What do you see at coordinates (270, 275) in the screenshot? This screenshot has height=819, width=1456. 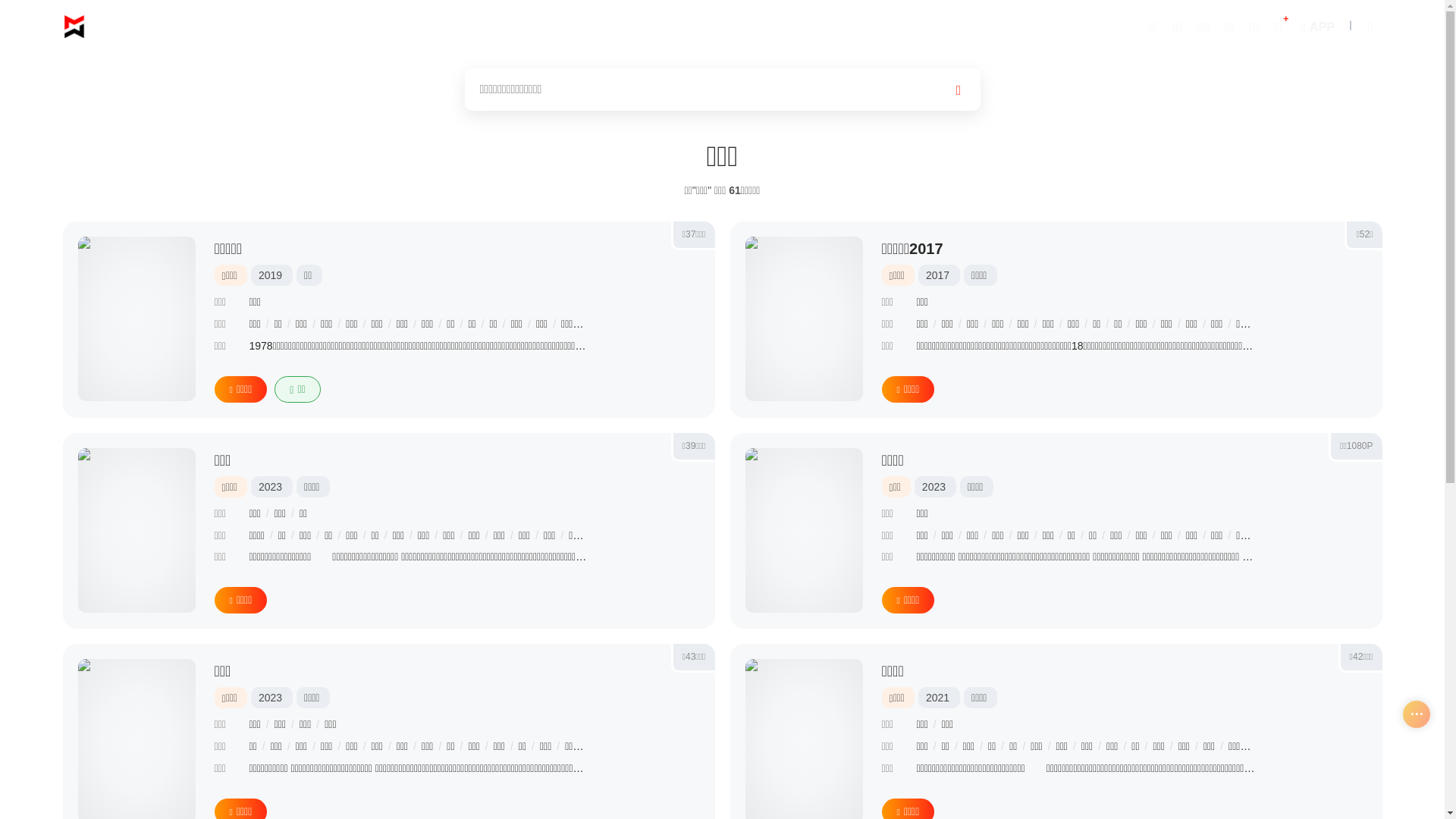 I see `'2019'` at bounding box center [270, 275].